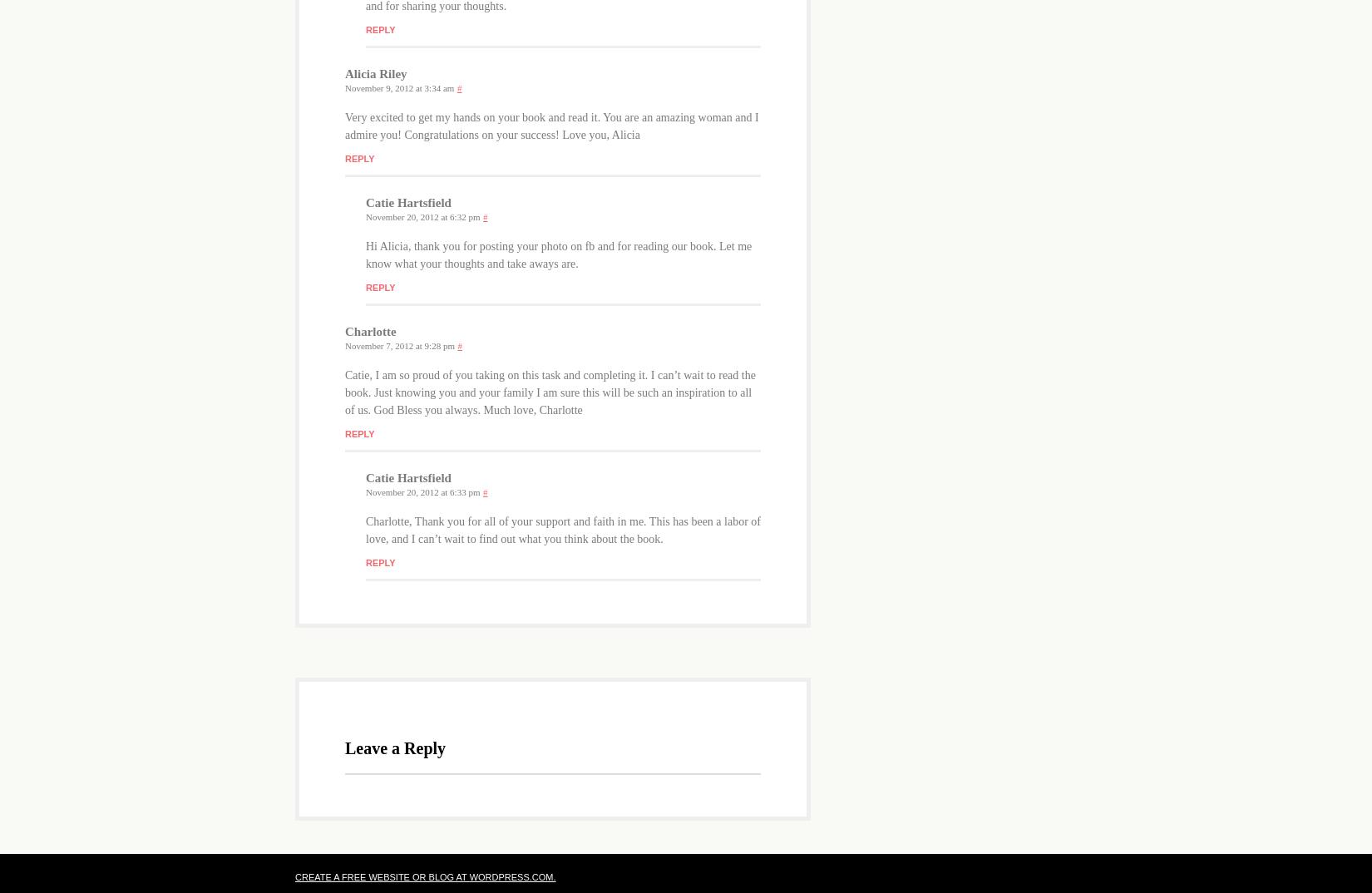 This screenshot has height=893, width=1372. What do you see at coordinates (398, 88) in the screenshot?
I see `'November 9, 2012 at 3:34 am'` at bounding box center [398, 88].